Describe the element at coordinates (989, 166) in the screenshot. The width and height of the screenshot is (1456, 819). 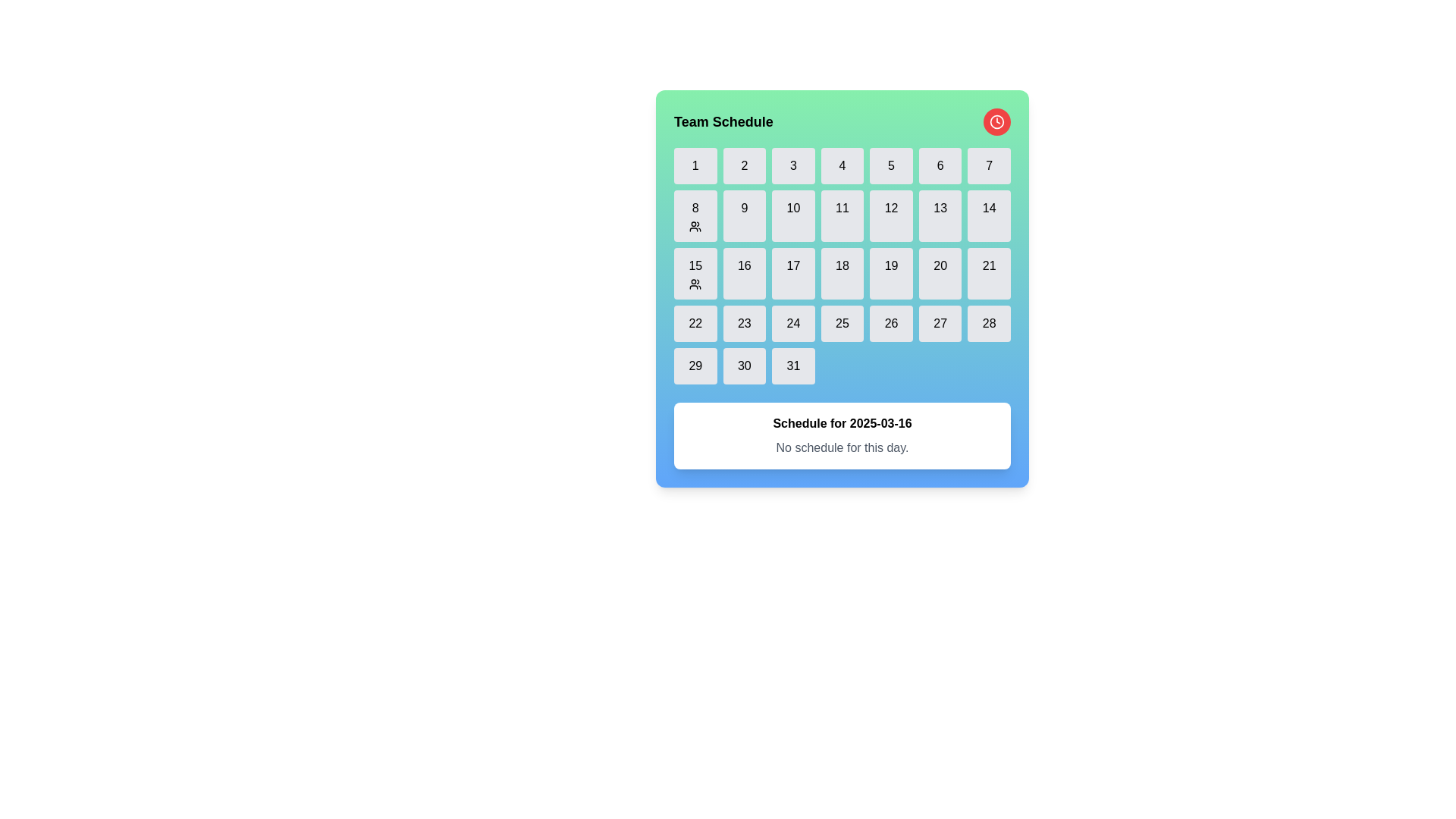
I see `the button displaying the number '7' in bold black text, which is the seventh box in the first row of a grid of numbers` at that location.